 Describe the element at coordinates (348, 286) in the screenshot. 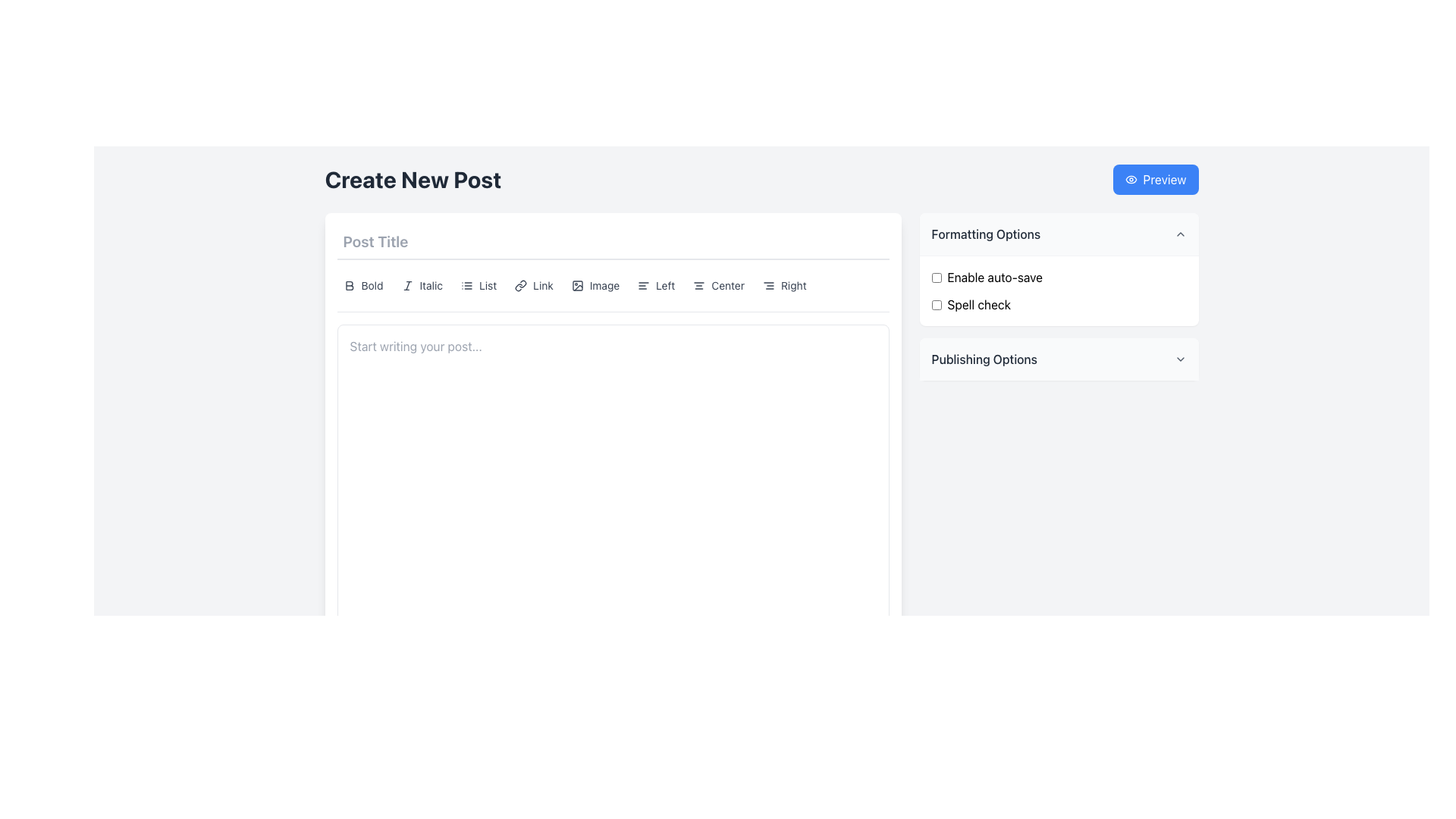

I see `the bold formatting icon located to the left of the 'Bold' text in the toolbar` at that location.